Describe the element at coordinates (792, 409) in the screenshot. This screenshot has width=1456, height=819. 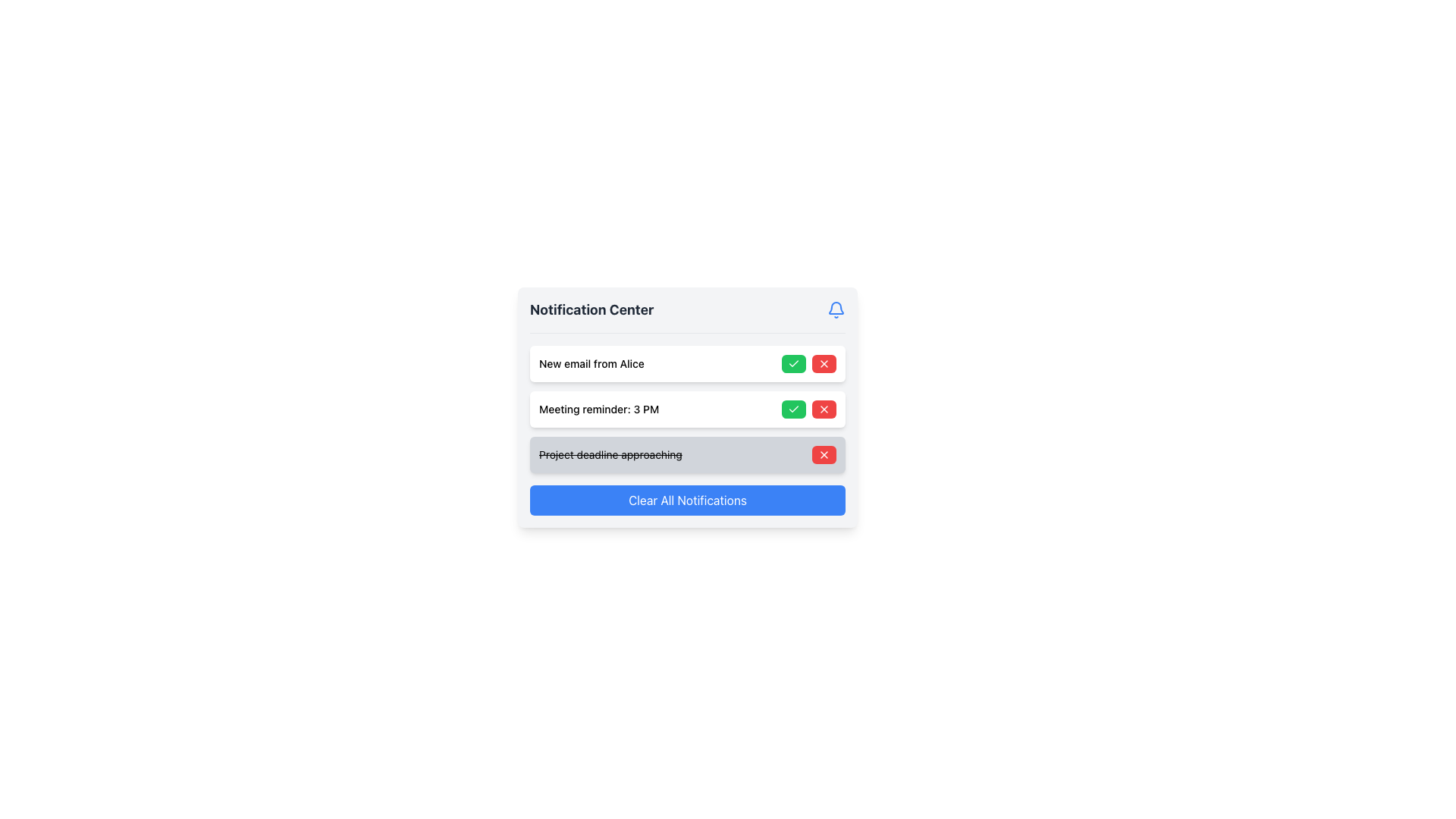
I see `the minimalistic checkmark icon with a green background and white stroke, positioned next to the 'Meeting reminder: 3 PM' notification, to confirm the notification` at that location.